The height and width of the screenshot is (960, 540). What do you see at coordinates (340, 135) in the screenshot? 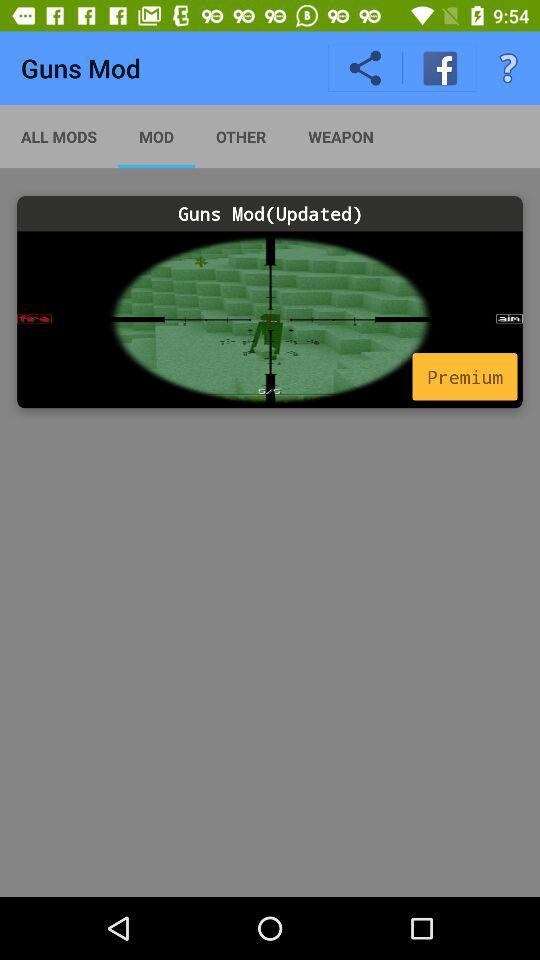
I see `item above guns mod(updated) icon` at bounding box center [340, 135].